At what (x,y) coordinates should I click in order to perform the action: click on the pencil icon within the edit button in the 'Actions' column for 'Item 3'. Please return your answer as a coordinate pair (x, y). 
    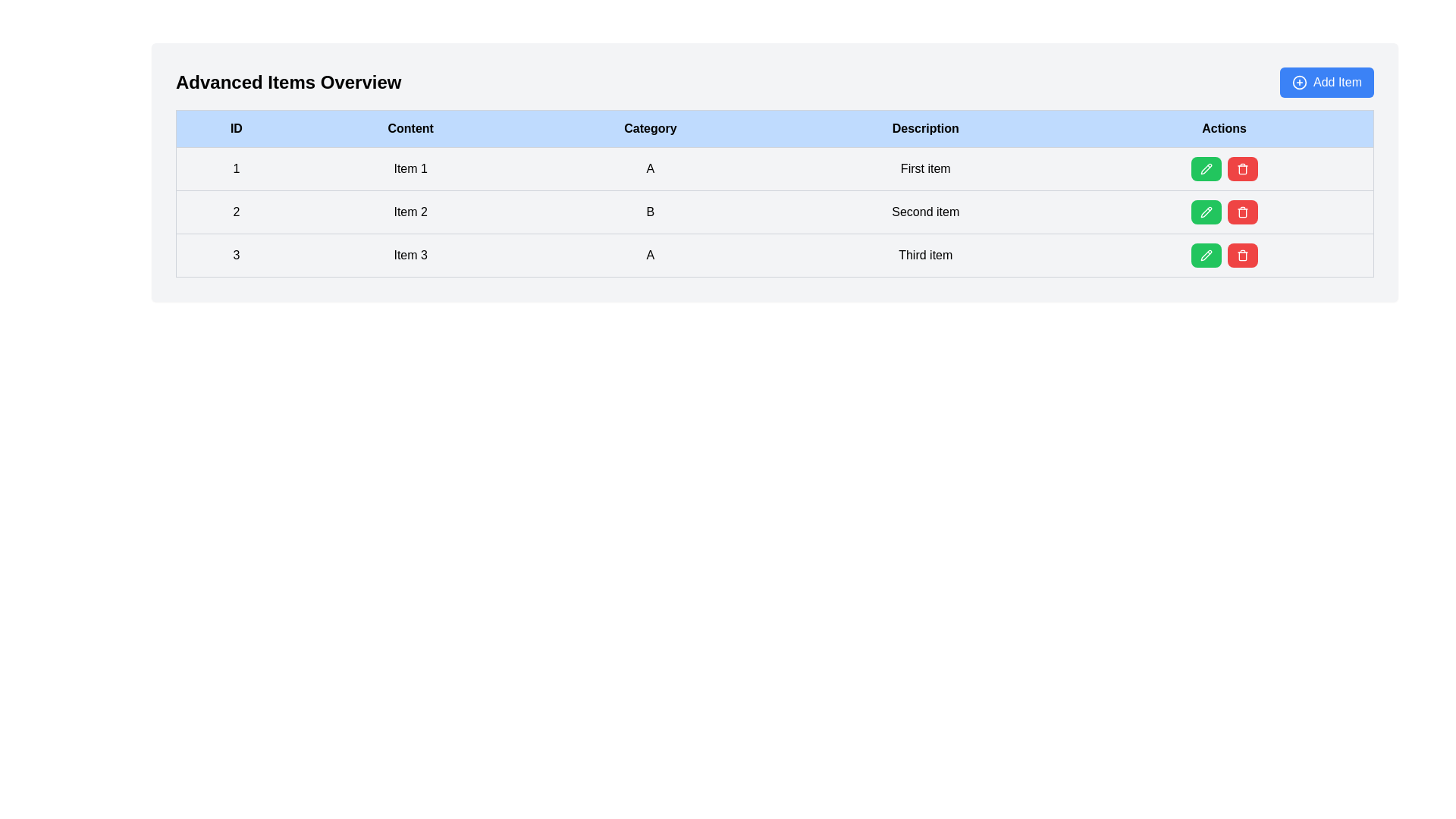
    Looking at the image, I should click on (1205, 254).